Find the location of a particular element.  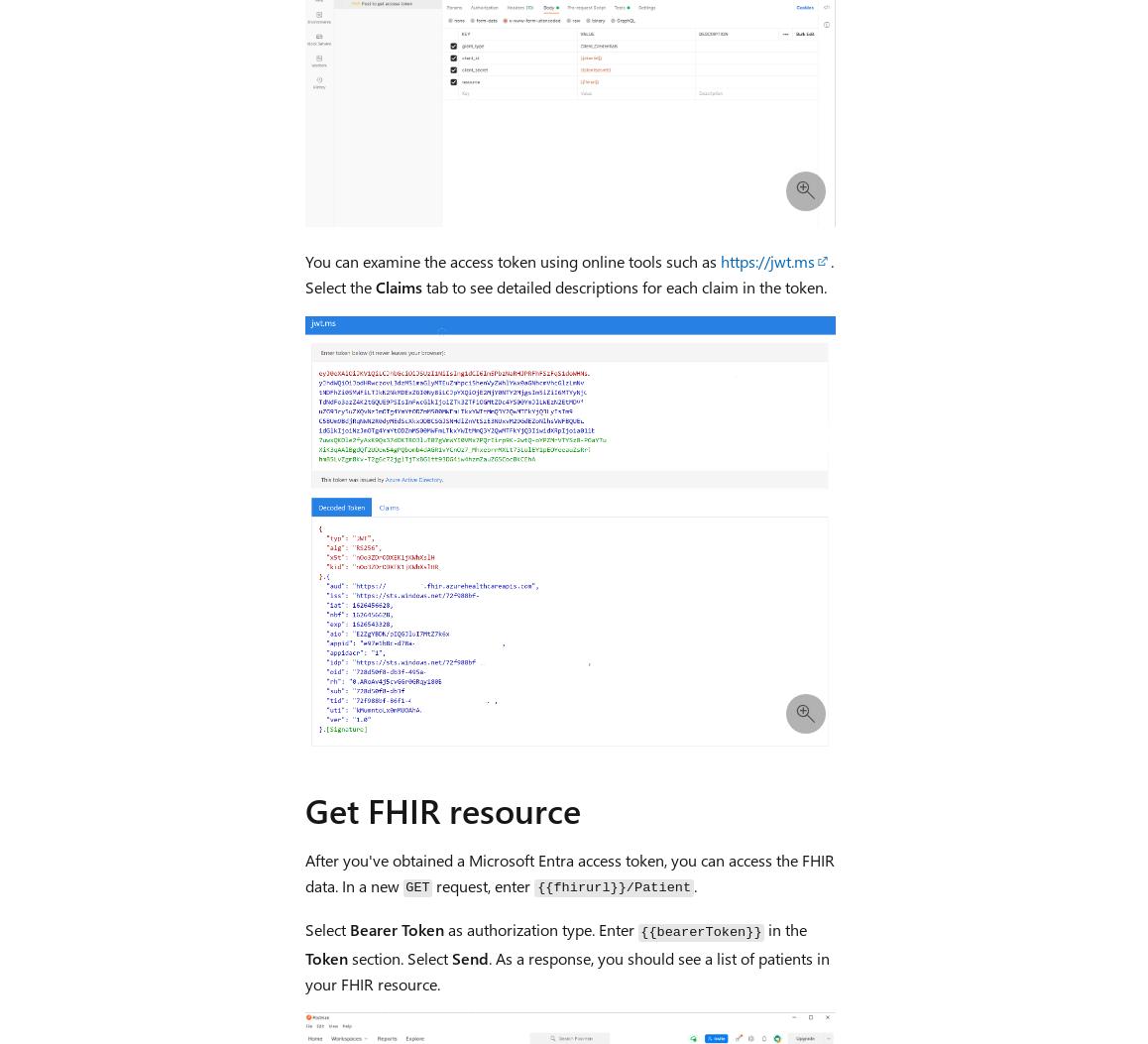

'request, enter' is located at coordinates (482, 884).